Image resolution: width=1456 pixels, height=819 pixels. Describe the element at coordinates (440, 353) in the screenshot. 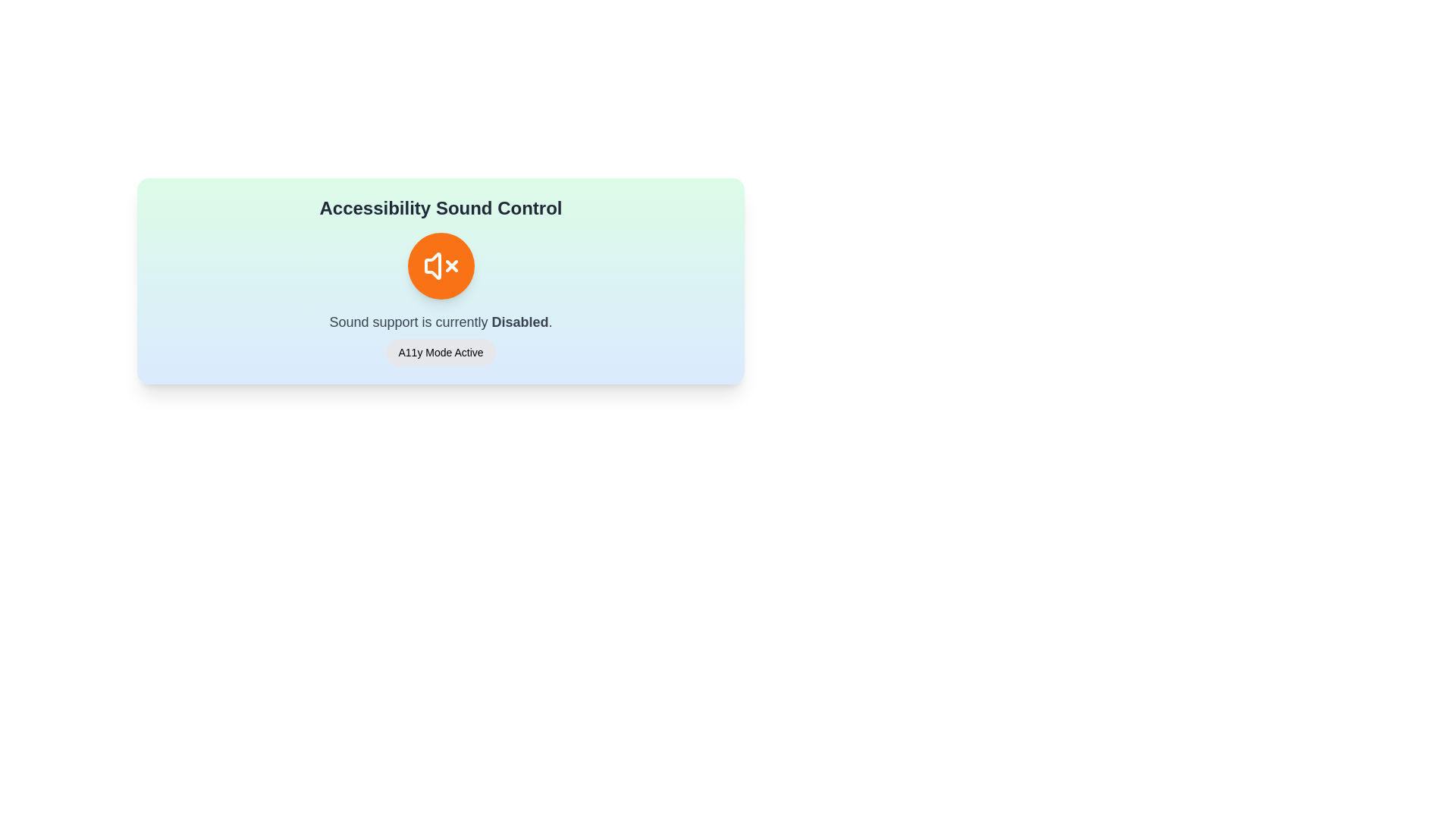

I see `the 'A11y Mode Active' tag` at that location.